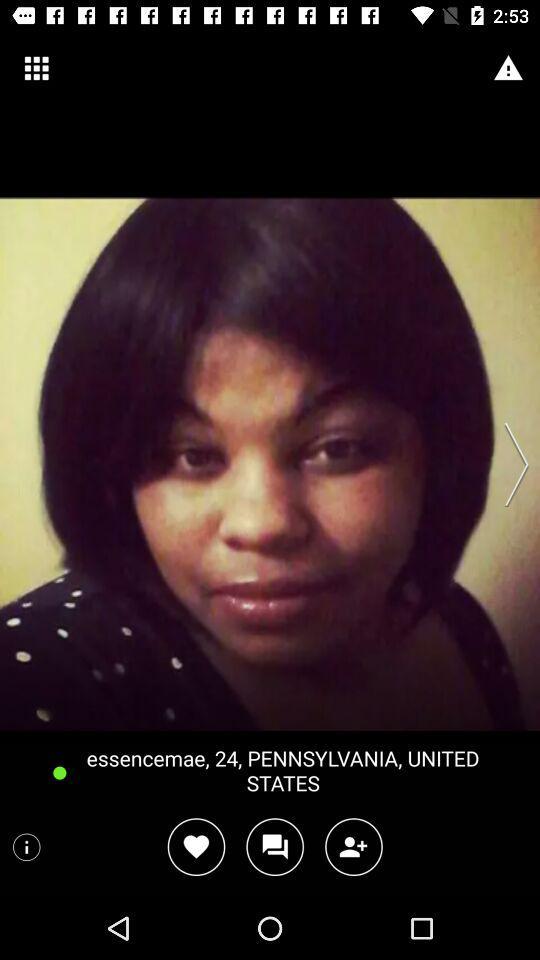  What do you see at coordinates (274, 846) in the screenshot?
I see `icon below the essencemae 24 pennsylvania item` at bounding box center [274, 846].